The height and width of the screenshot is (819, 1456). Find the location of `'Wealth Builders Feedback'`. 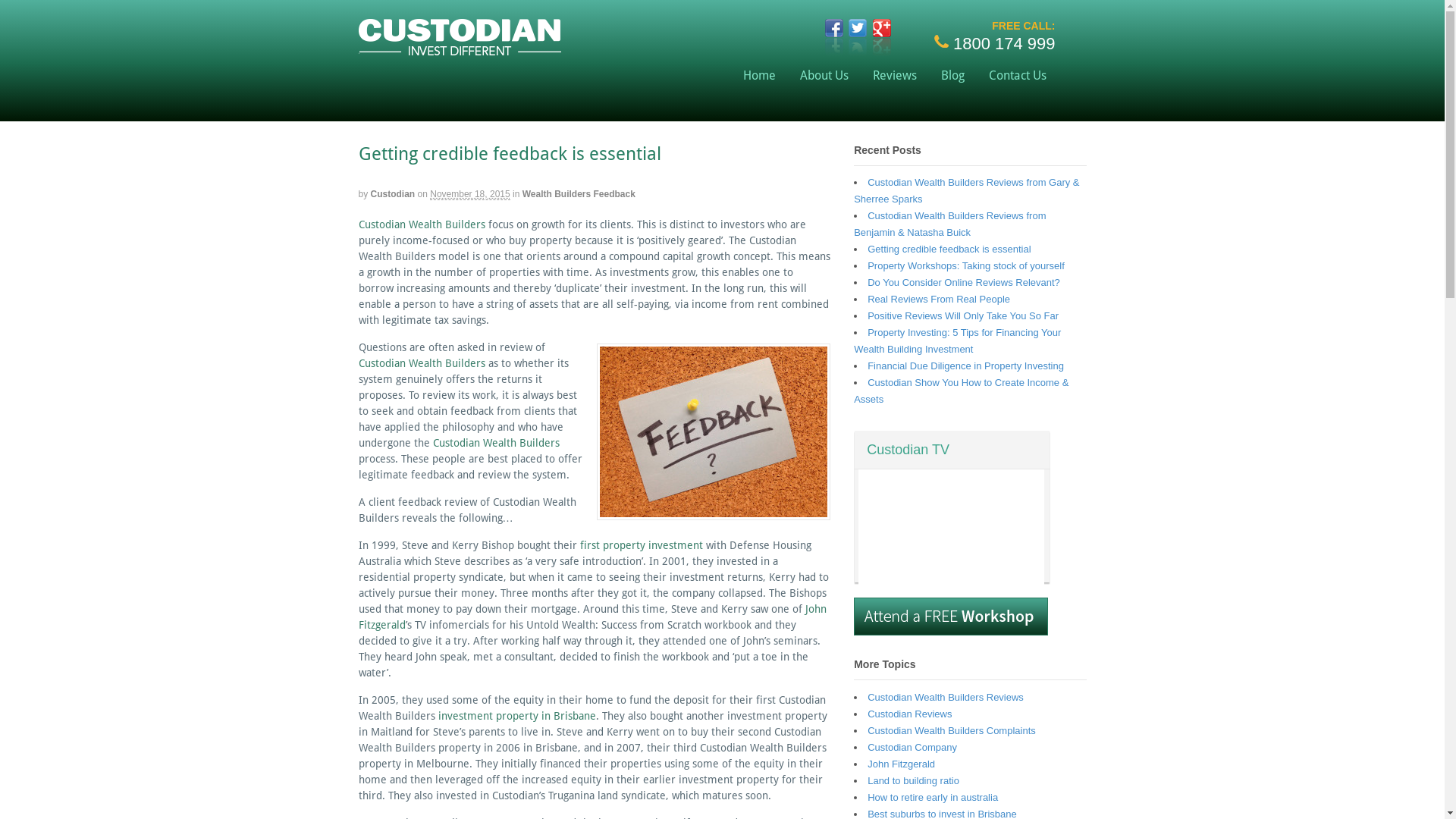

'Wealth Builders Feedback' is located at coordinates (578, 193).